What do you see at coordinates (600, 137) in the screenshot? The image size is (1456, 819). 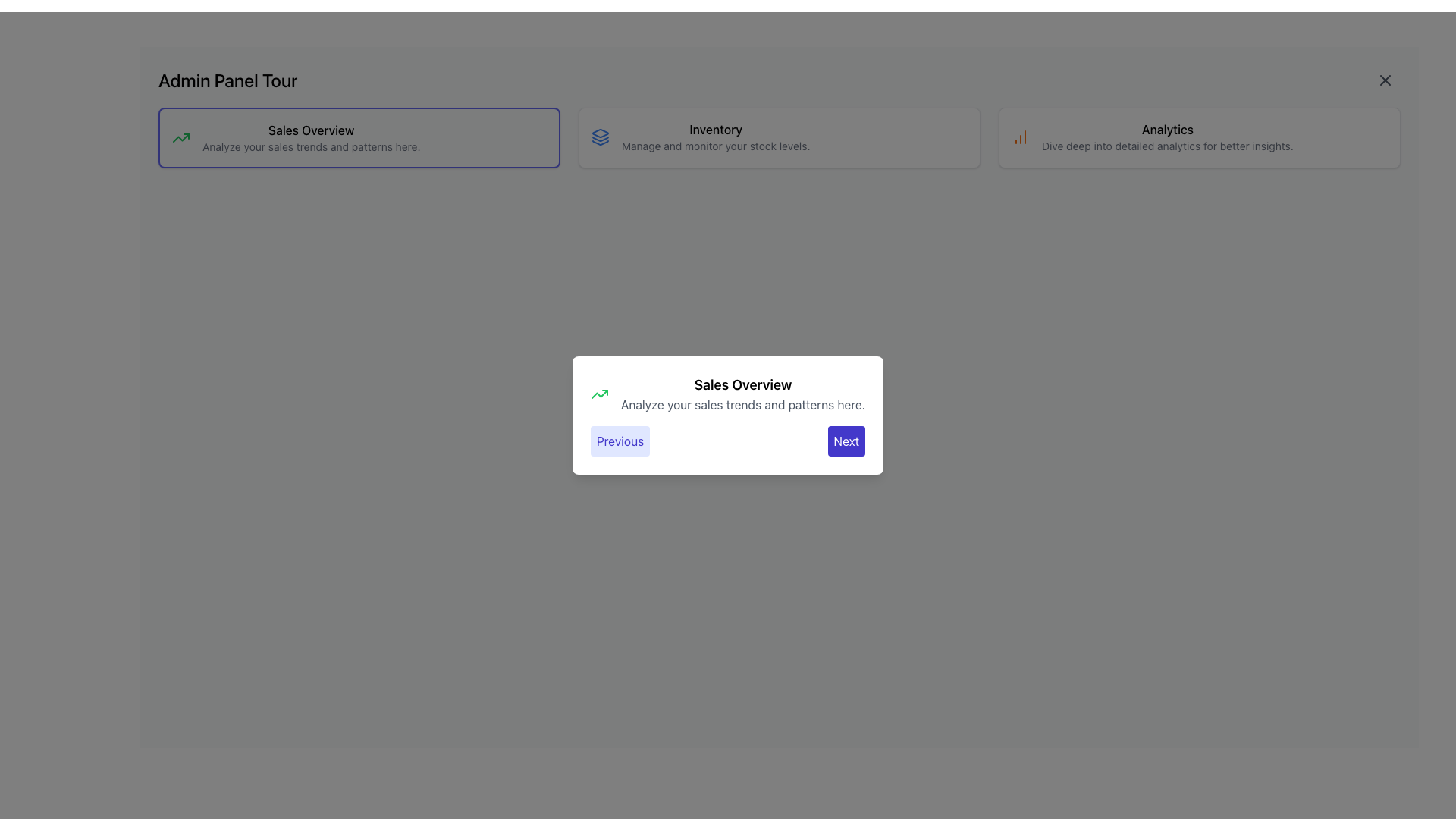 I see `the inventory management icon located on the left side of the section, which serves as a visual representation for quick association with inventory management features` at bounding box center [600, 137].